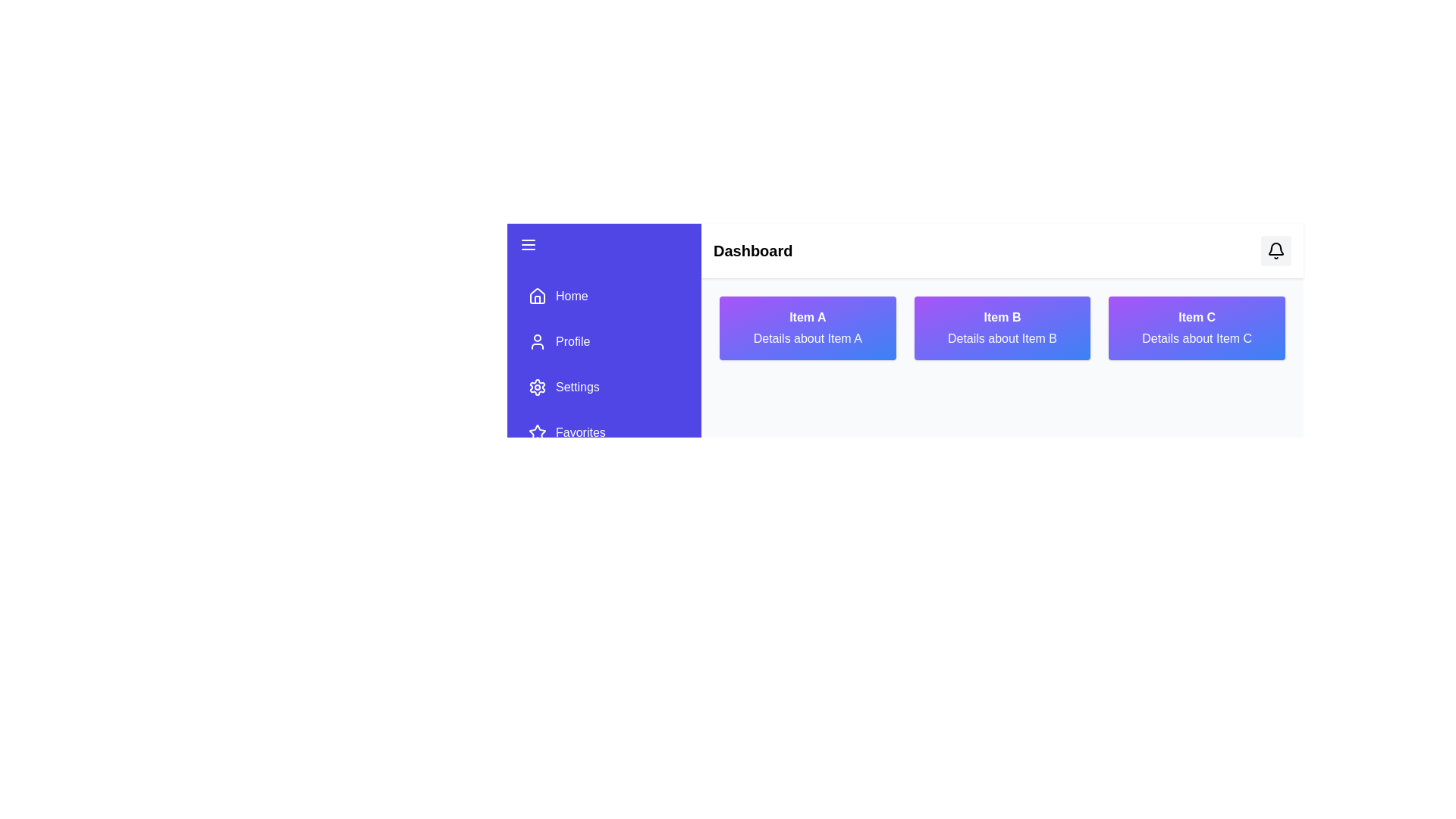  I want to click on text content displayed in the bold, centered label that shows 'Item B', which is located in the second panel of three, styled with a gradient from purple to blue and positioned above the description 'Details about Item B', so click(1002, 317).